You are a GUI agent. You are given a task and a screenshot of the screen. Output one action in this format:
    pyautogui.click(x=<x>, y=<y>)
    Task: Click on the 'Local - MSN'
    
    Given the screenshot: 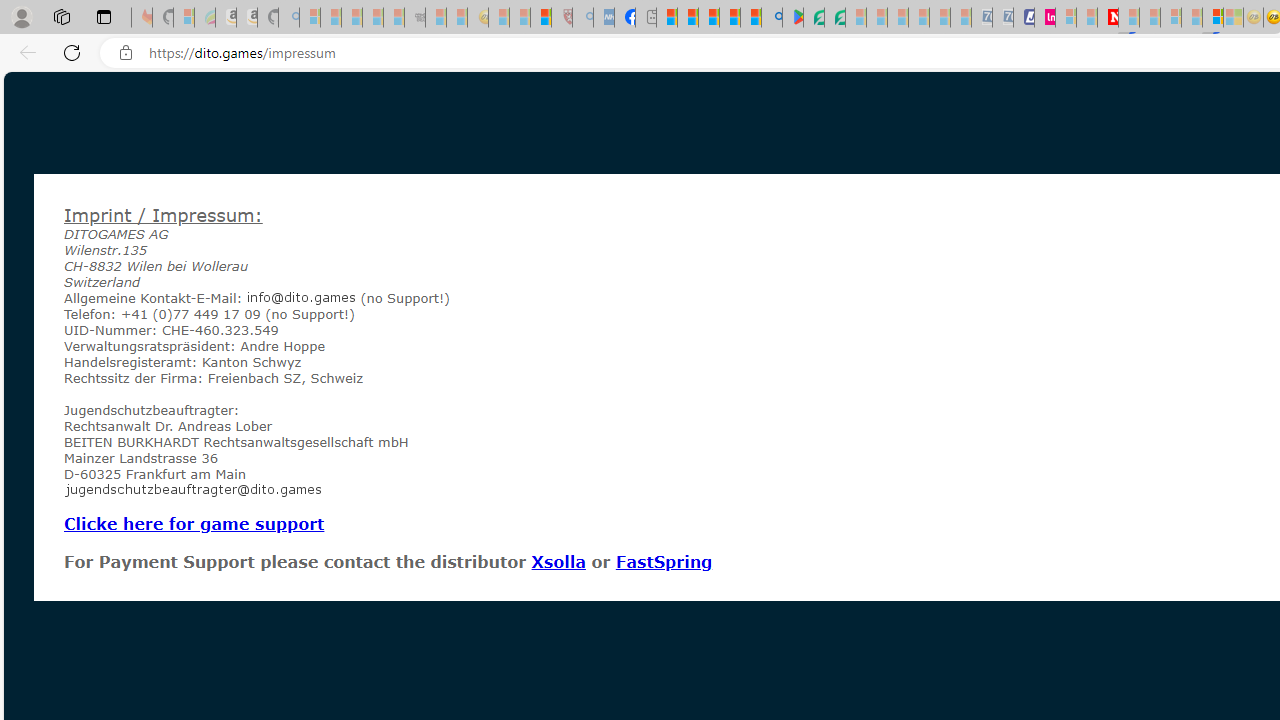 What is the action you would take?
    pyautogui.click(x=541, y=17)
    